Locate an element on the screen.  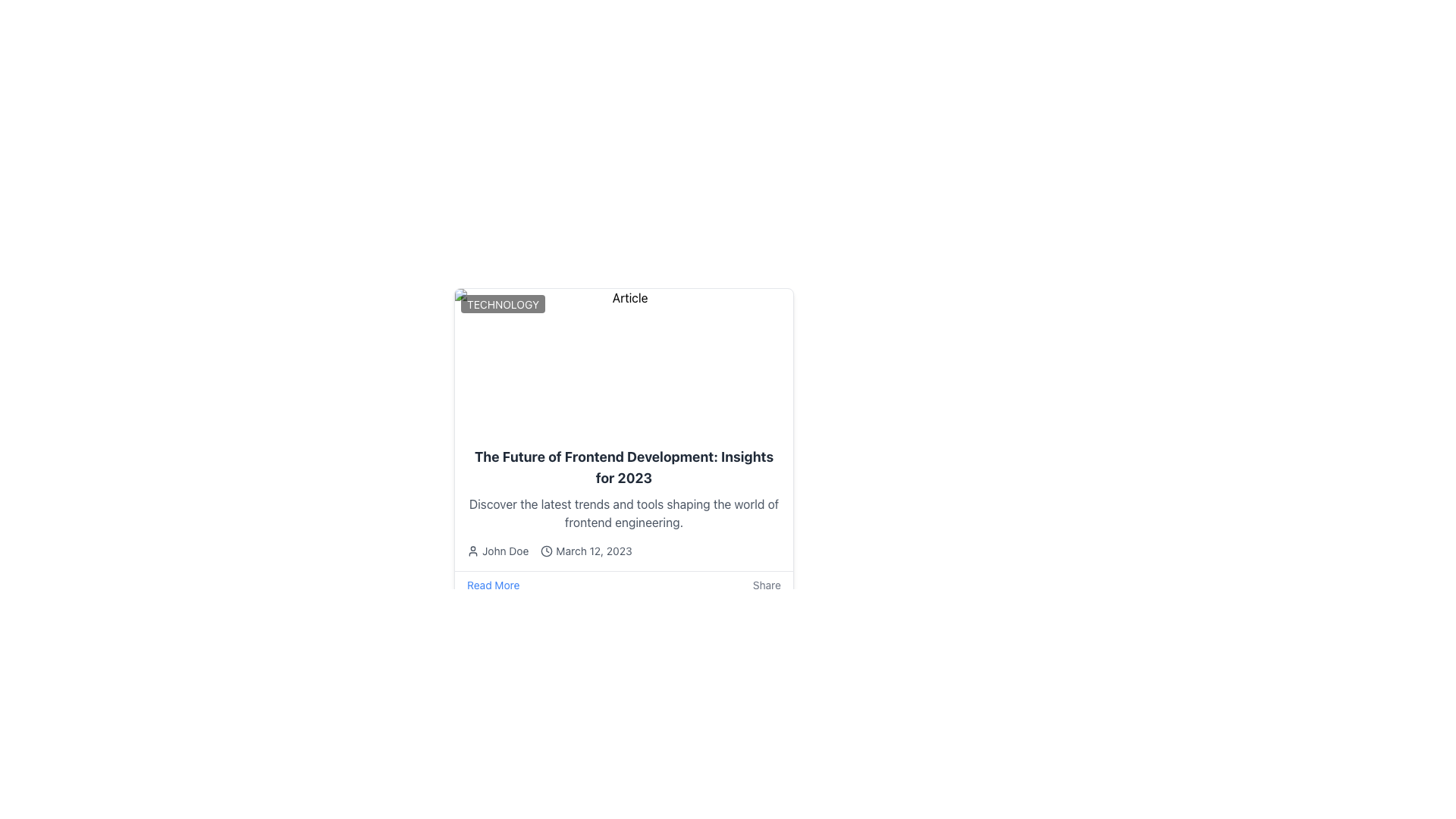
the text element styled in gray that reads: 'Discover the latest trends and tools shaping the world of frontend engineering.', which is located below the title and above the metadata information is located at coordinates (623, 513).